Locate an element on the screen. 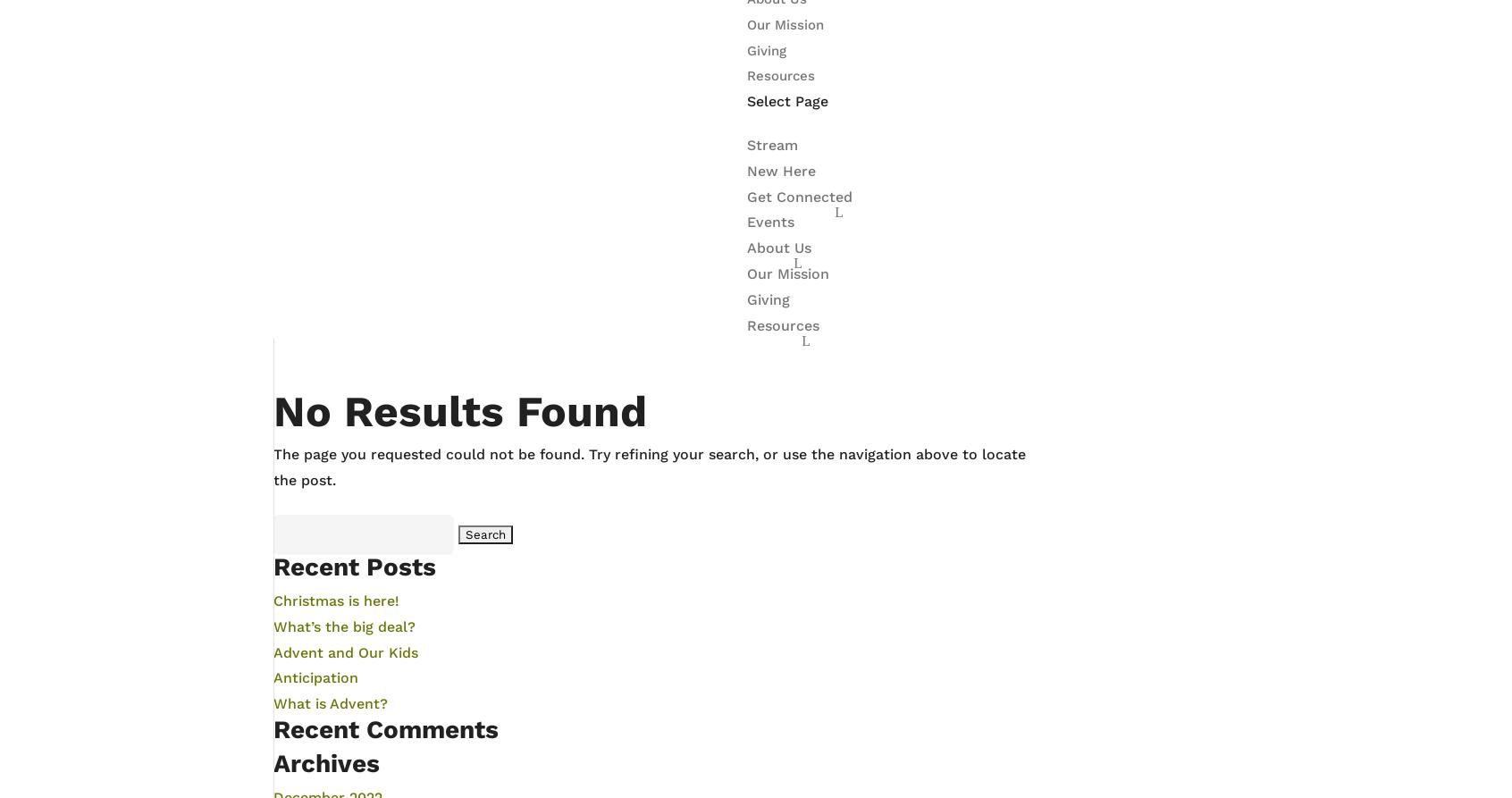 This screenshot has height=798, width=1512. 'Select Page' is located at coordinates (786, 101).